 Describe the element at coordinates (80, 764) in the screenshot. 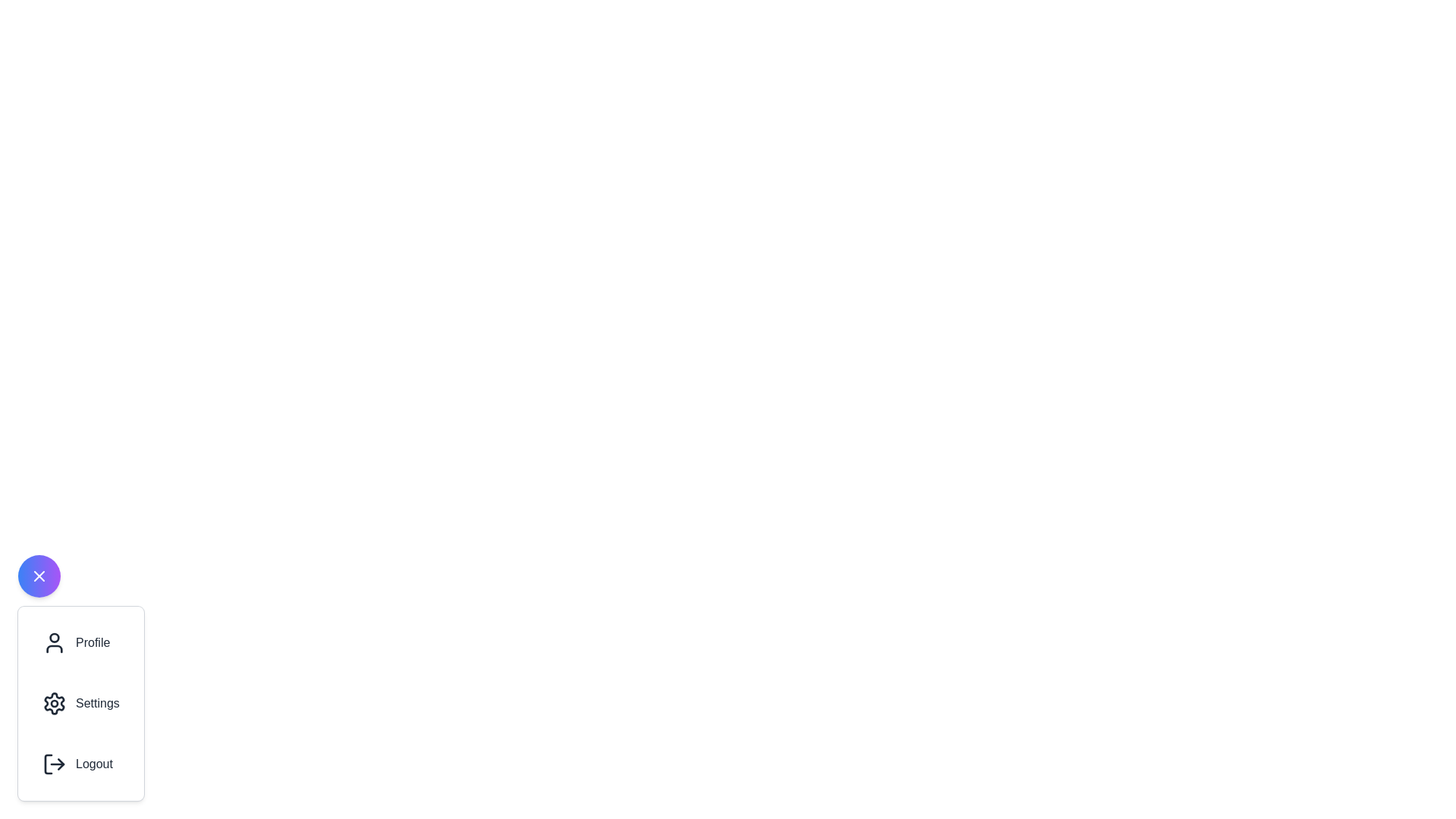

I see `the 'Logout' button in the speed dial menu` at that location.